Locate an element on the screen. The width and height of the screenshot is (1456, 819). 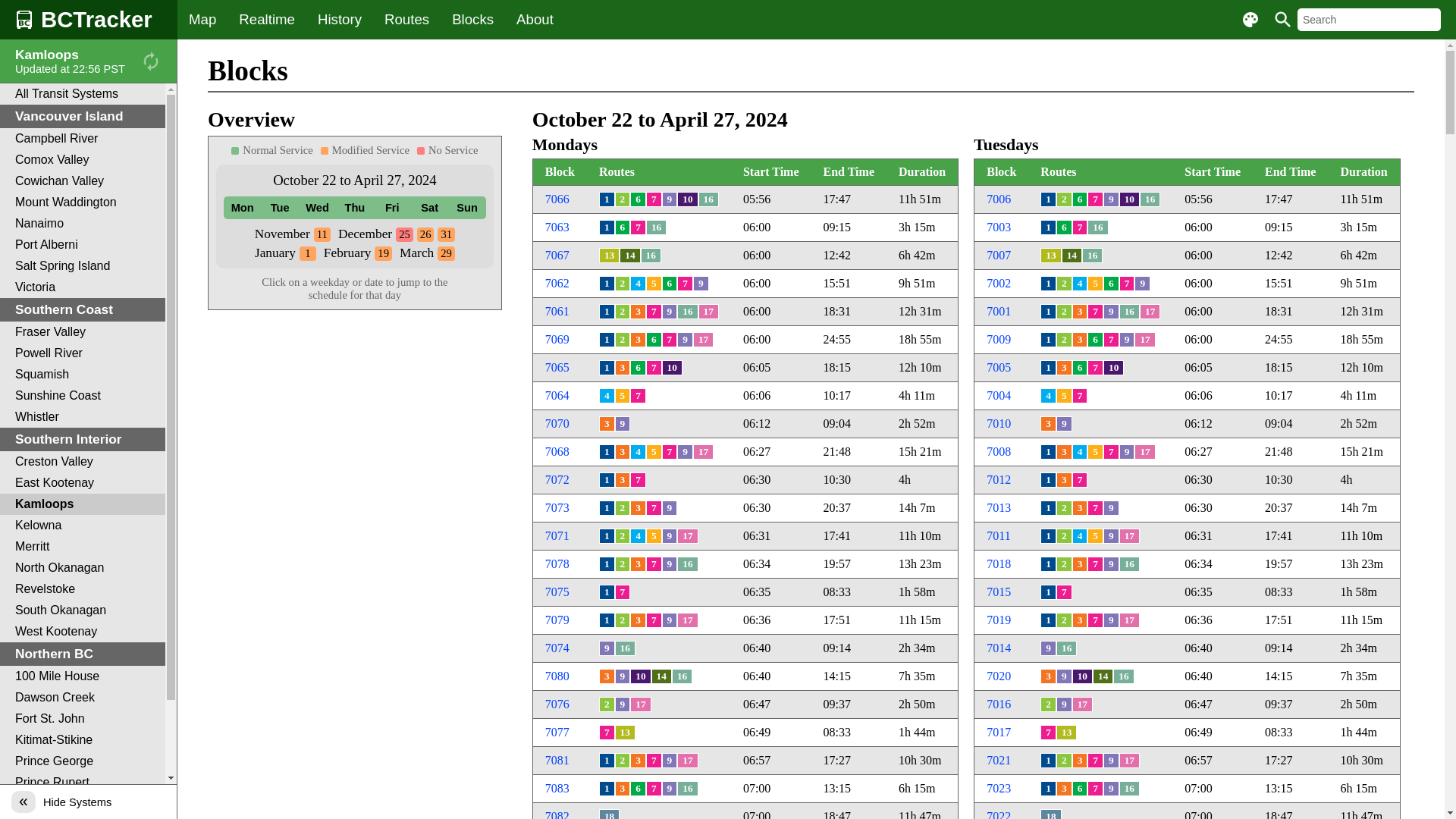
'3' is located at coordinates (638, 620).